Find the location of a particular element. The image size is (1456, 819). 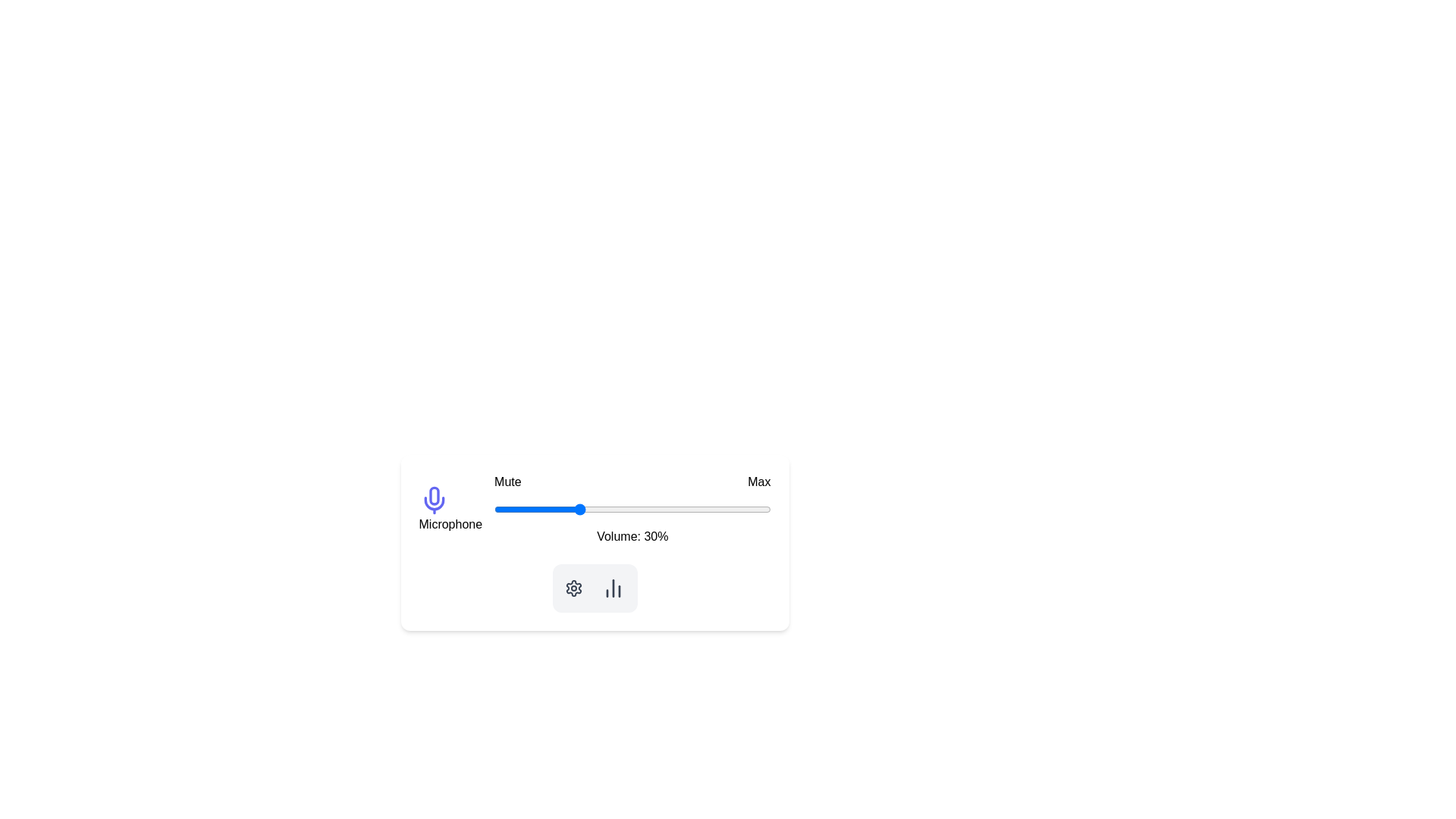

the volume slider to set the volume to 85% is located at coordinates (729, 509).